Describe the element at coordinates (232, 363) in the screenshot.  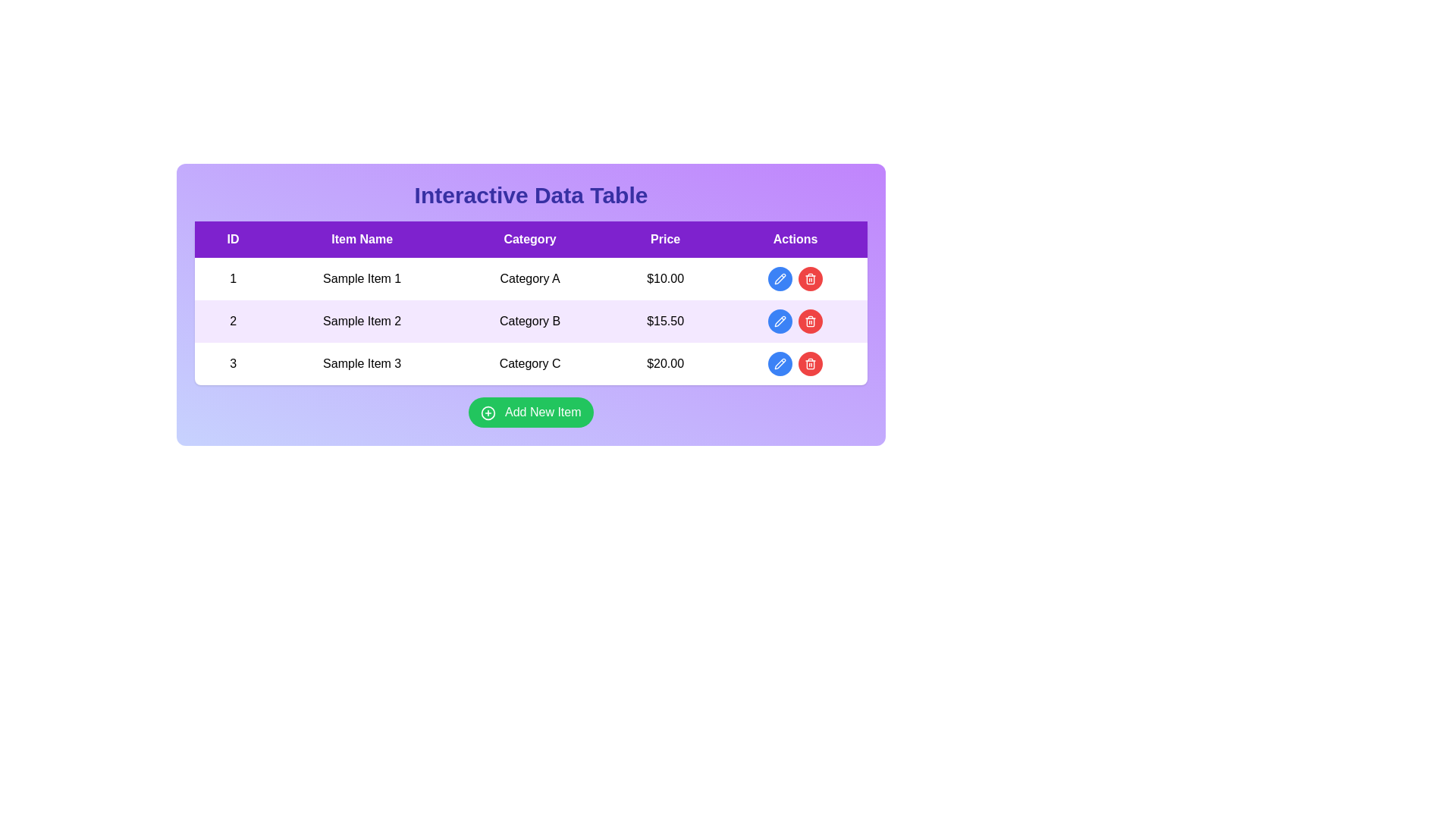
I see `the numeric character '3' in the table` at that location.